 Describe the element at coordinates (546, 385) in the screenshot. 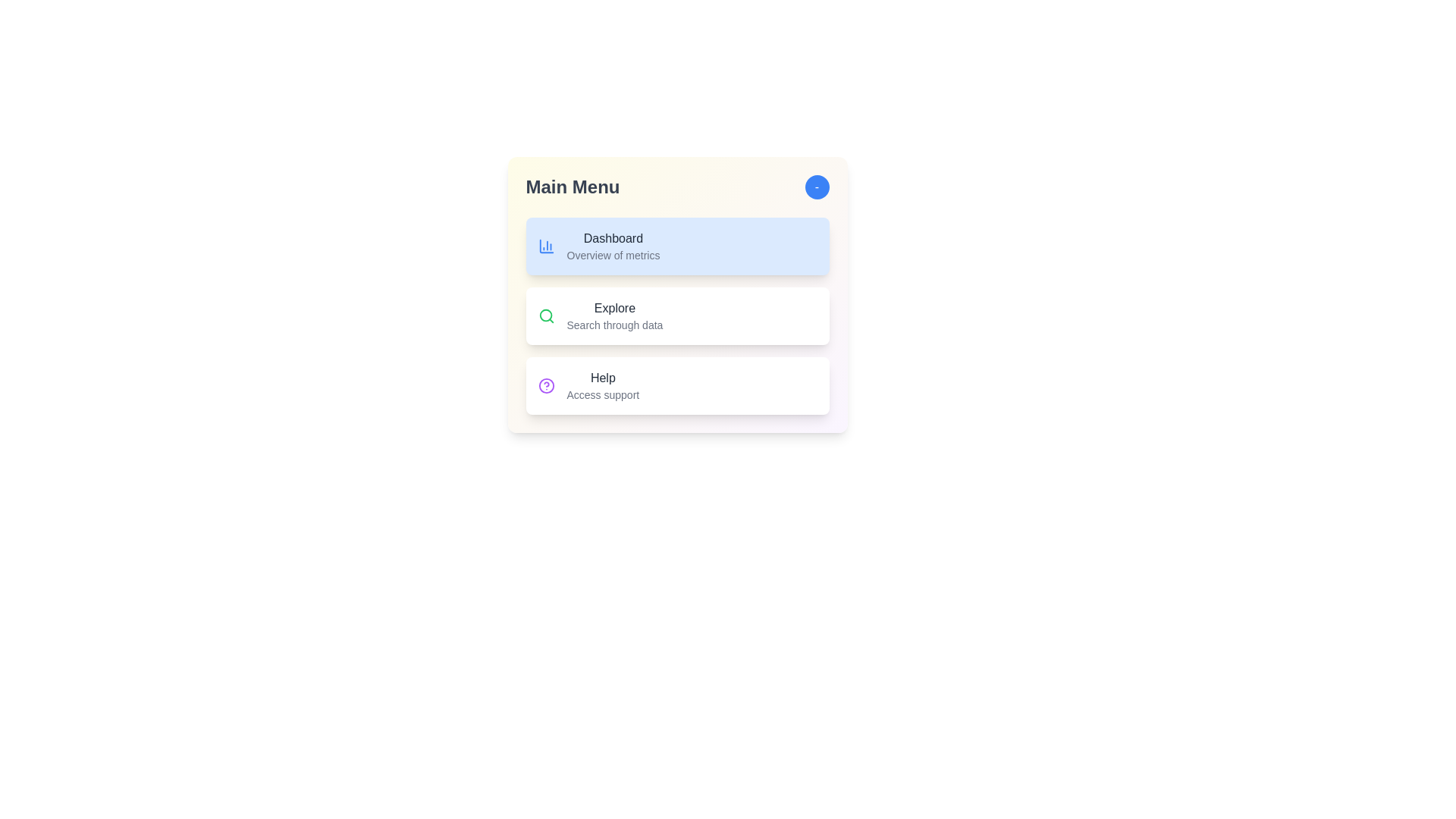

I see `the icon for Help in the menu` at that location.